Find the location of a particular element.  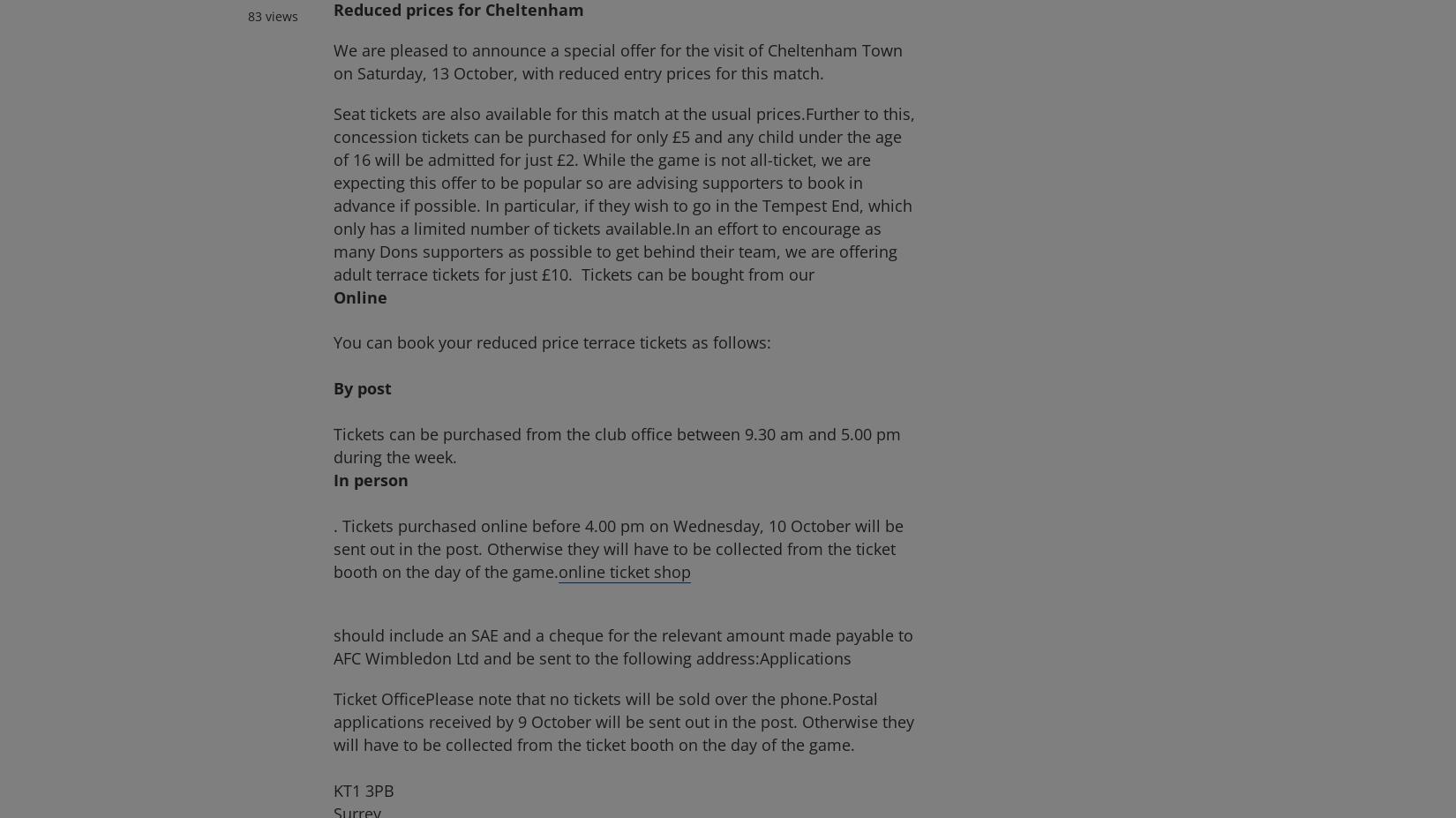

'In person' is located at coordinates (370, 479).